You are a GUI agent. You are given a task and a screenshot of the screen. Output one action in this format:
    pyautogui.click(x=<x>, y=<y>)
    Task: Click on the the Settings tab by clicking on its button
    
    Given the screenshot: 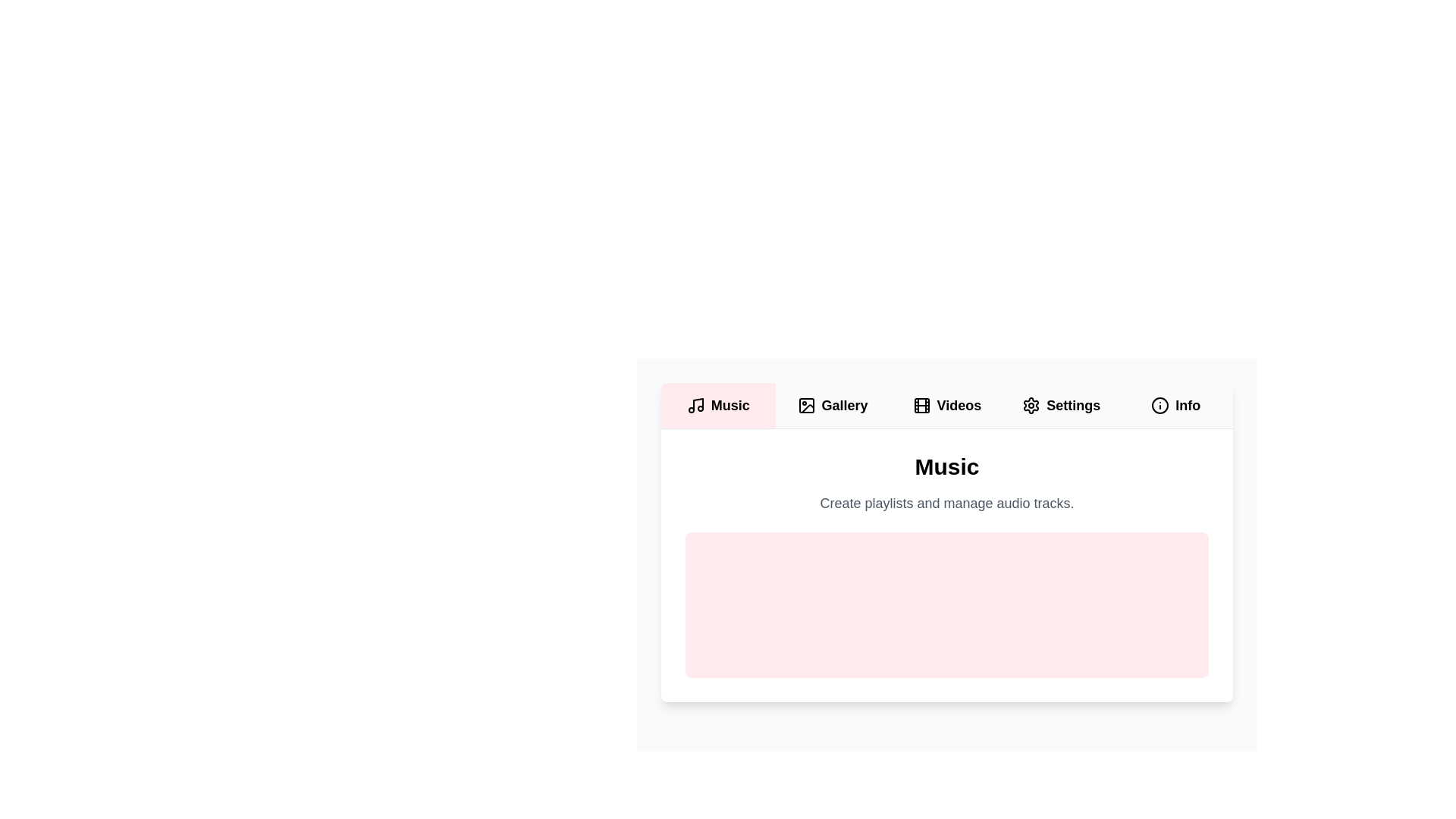 What is the action you would take?
    pyautogui.click(x=1060, y=405)
    